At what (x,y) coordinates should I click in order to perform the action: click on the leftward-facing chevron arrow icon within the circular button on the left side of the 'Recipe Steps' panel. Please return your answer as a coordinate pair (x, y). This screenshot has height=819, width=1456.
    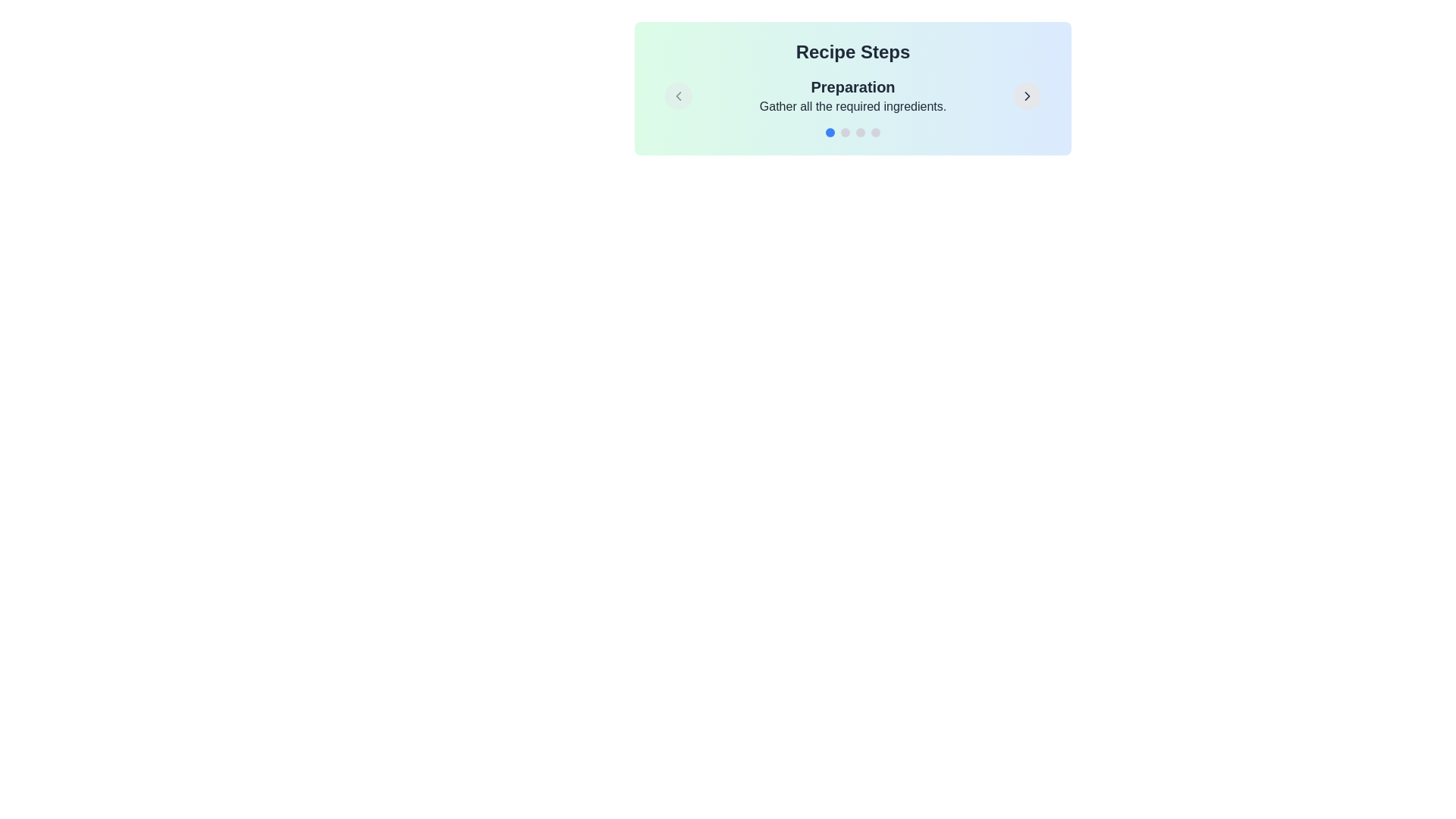
    Looking at the image, I should click on (677, 96).